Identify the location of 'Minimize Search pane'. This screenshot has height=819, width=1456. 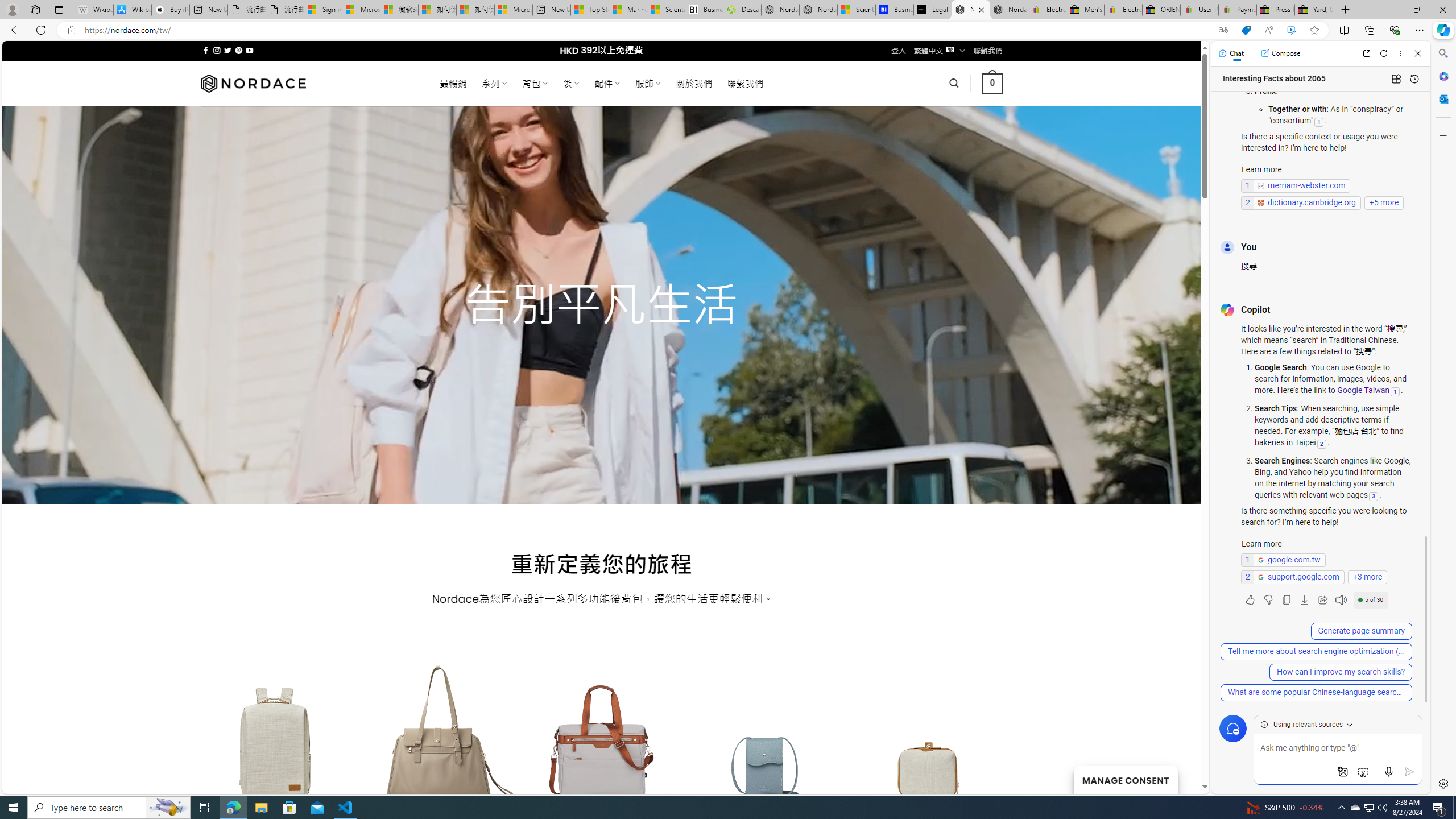
(1442, 53).